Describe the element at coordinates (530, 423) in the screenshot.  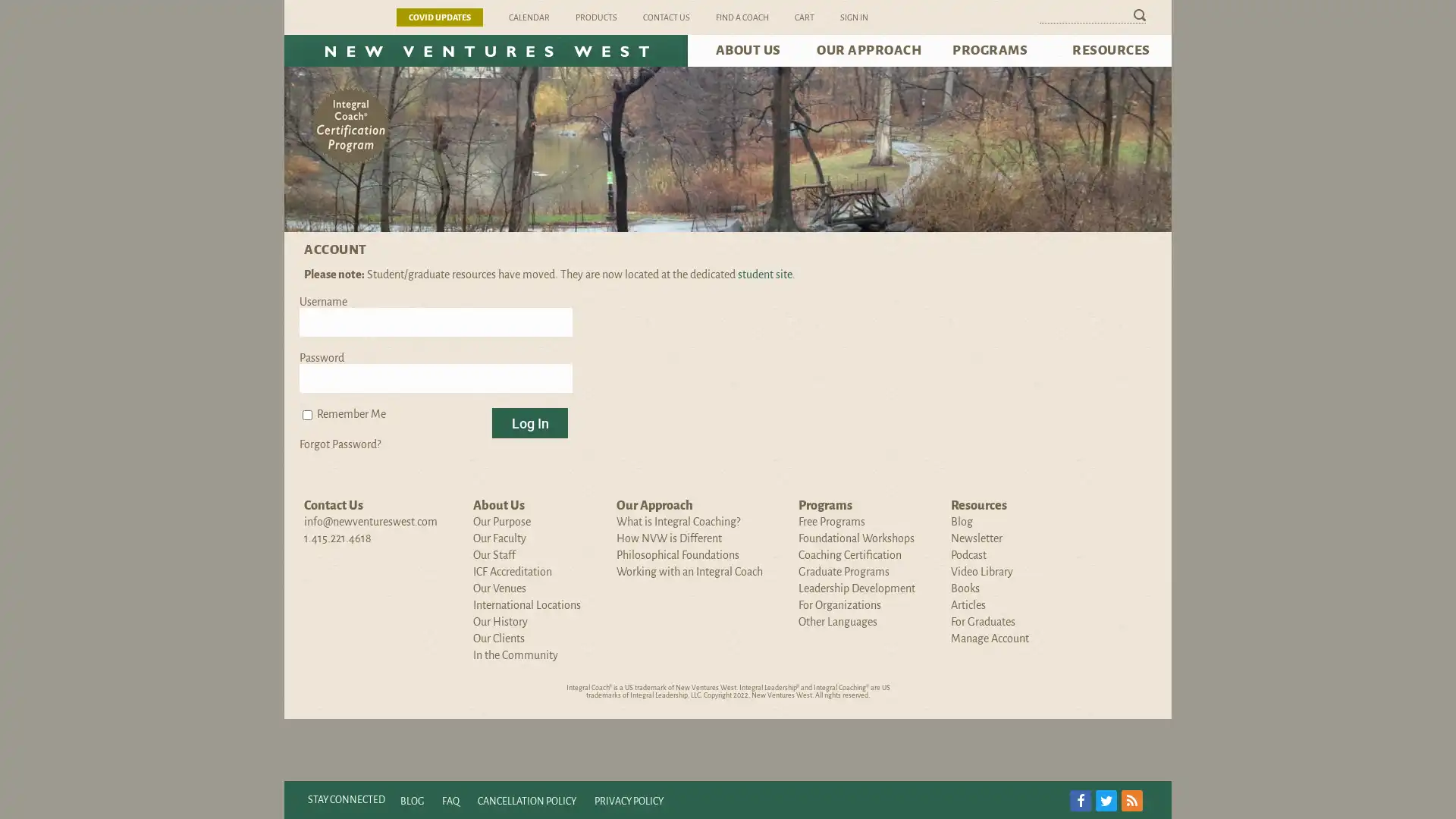
I see `Log In` at that location.